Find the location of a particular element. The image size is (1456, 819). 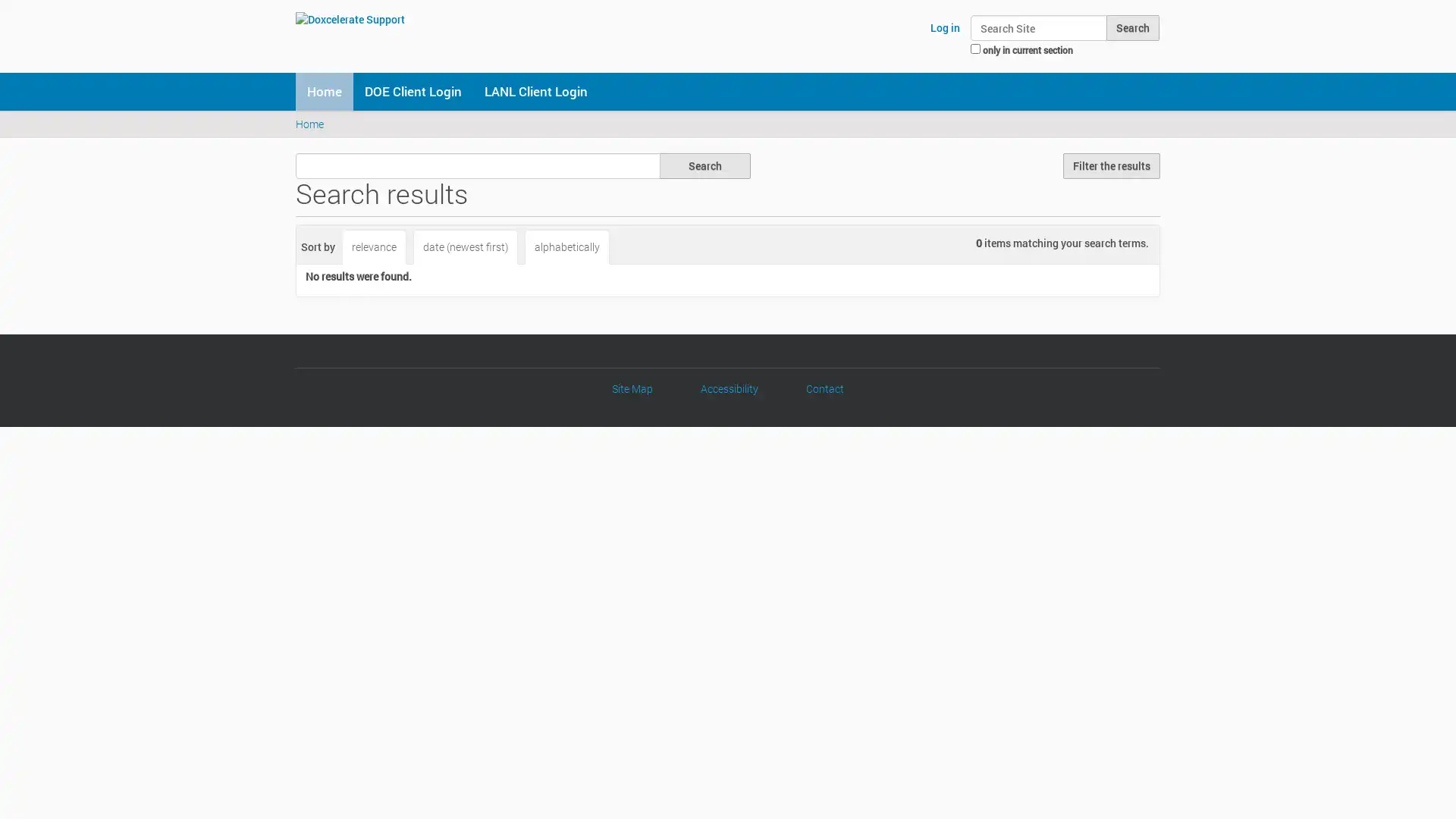

Filter the results is located at coordinates (1111, 166).